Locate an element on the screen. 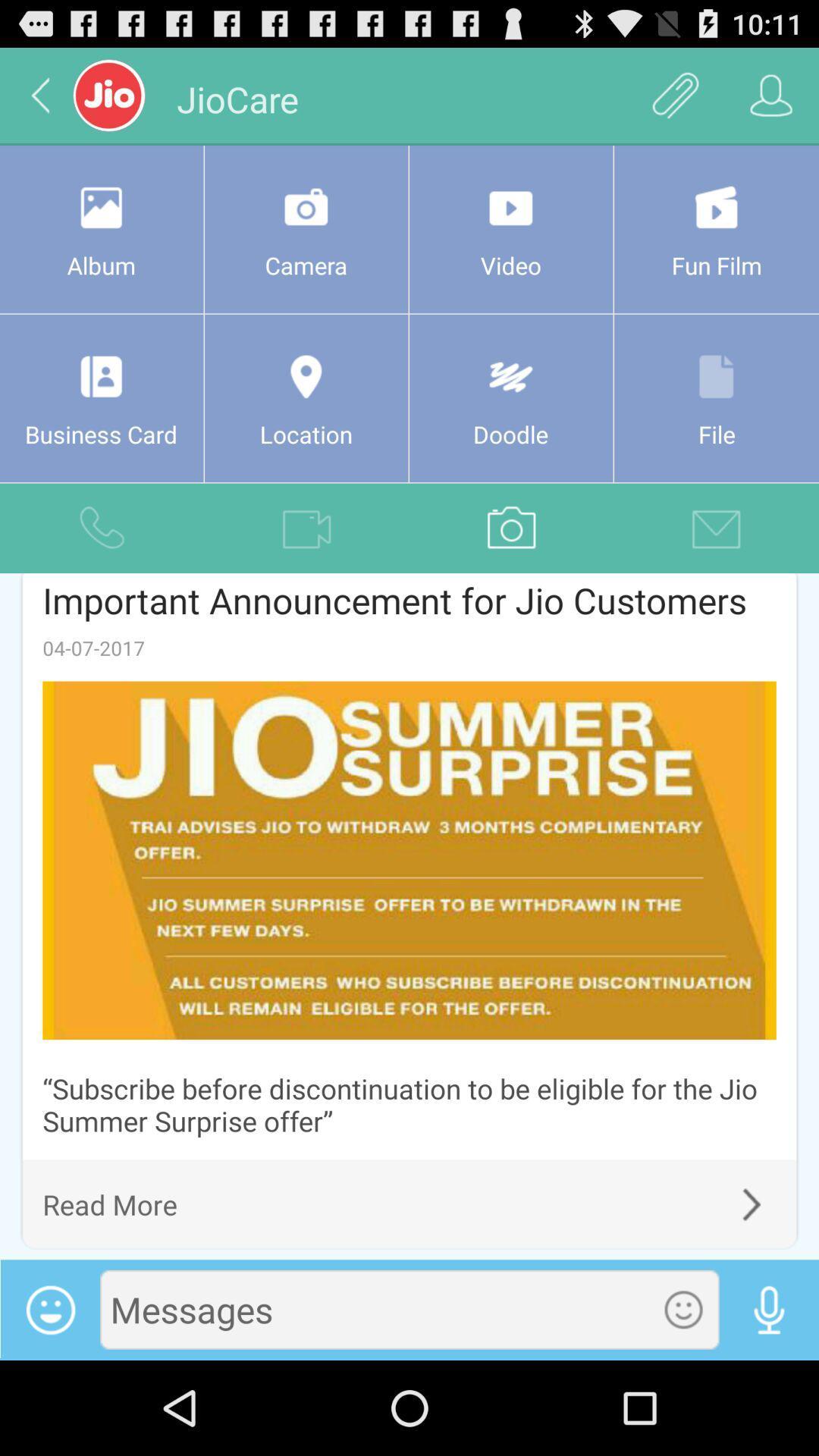  the microphone icon is located at coordinates (769, 1401).